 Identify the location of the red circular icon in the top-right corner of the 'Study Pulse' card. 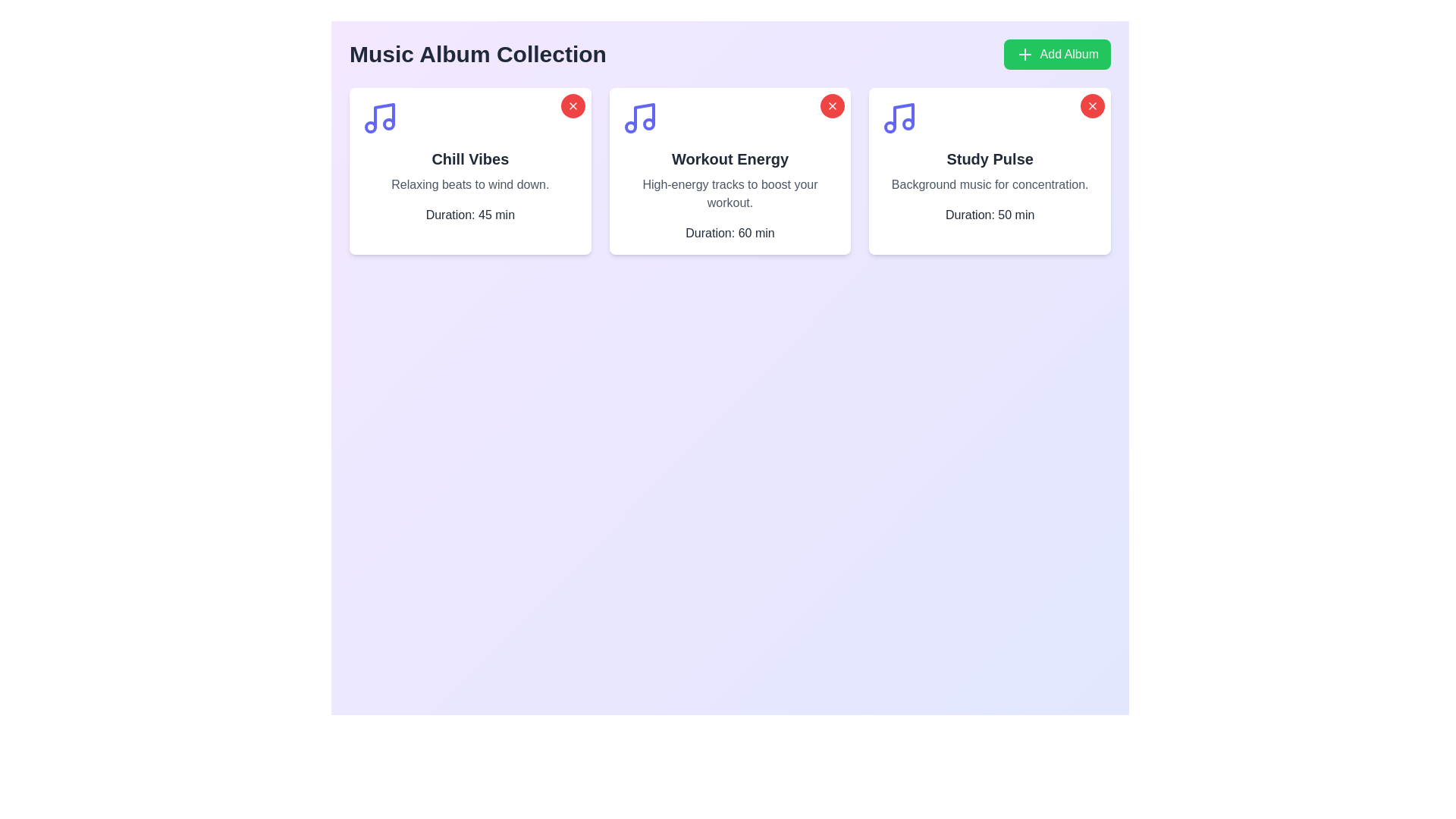
(1092, 105).